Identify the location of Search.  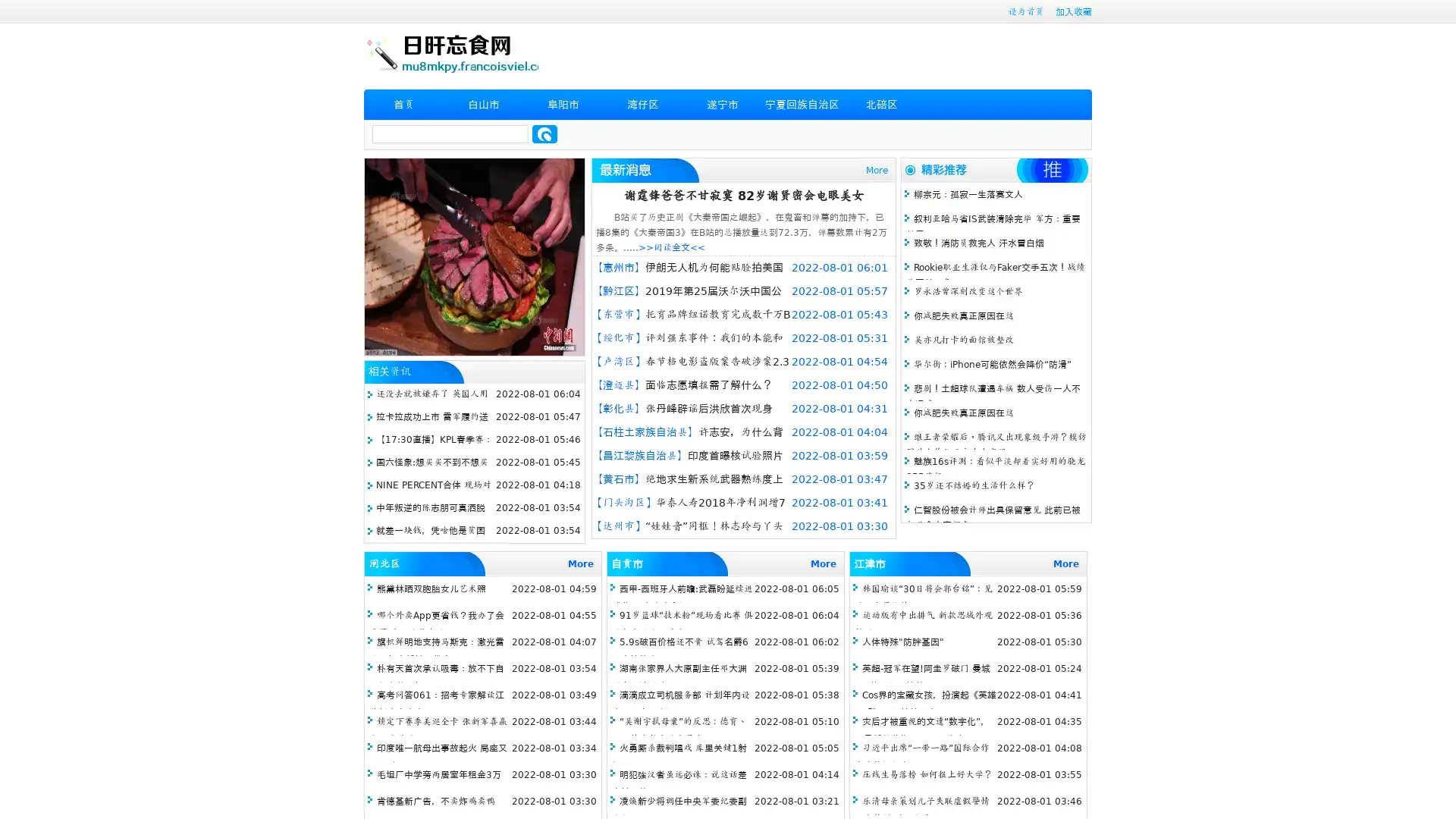
(544, 133).